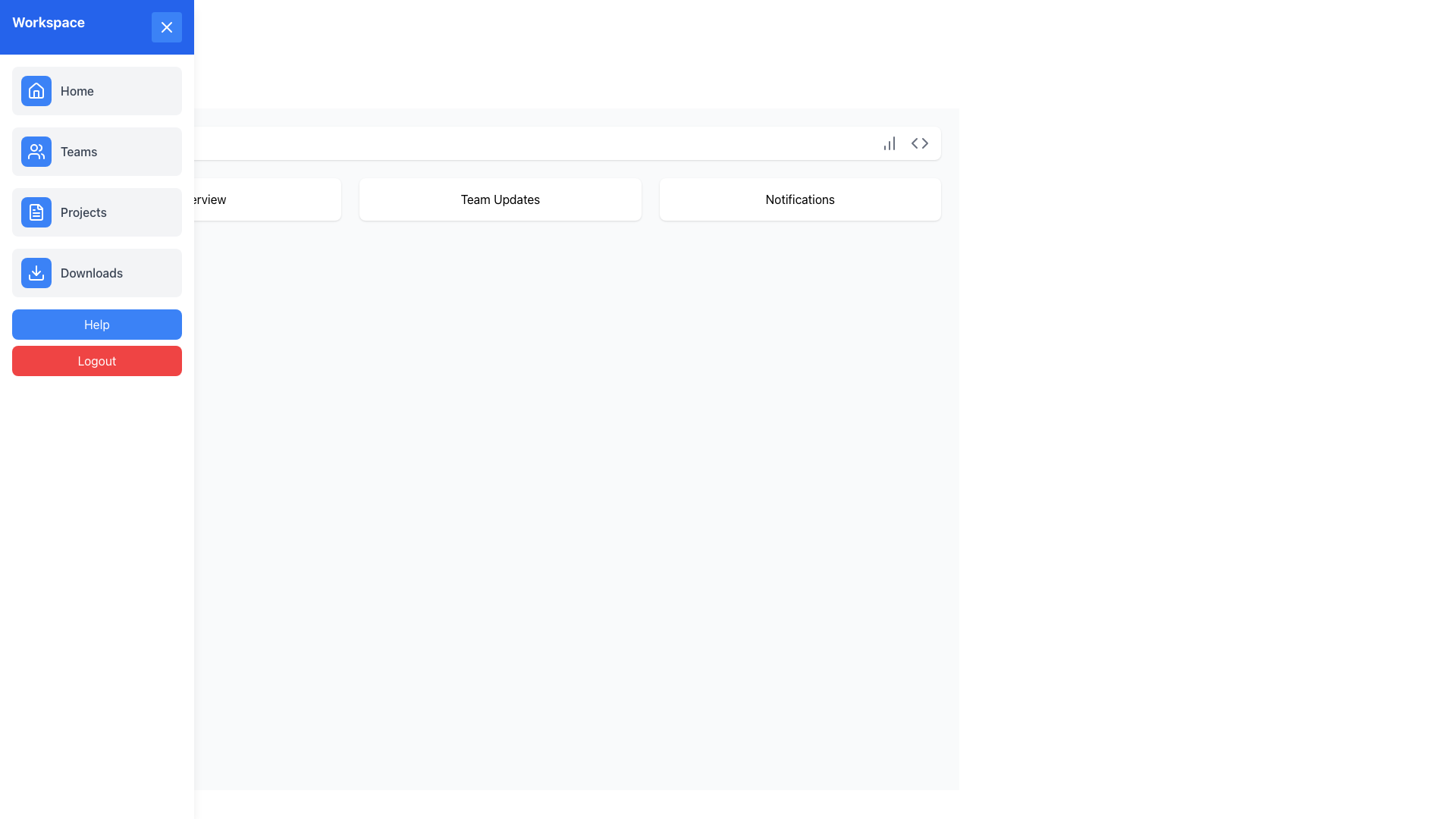  What do you see at coordinates (90, 271) in the screenshot?
I see `the interactive button containing the 'Downloads' text label` at bounding box center [90, 271].